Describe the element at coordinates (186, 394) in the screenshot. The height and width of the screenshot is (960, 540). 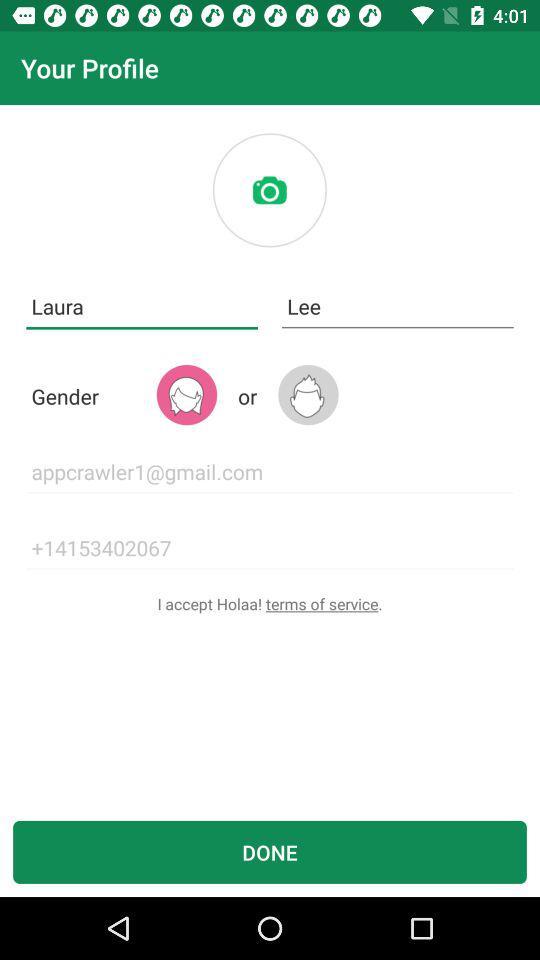
I see `the item next to the gender item` at that location.